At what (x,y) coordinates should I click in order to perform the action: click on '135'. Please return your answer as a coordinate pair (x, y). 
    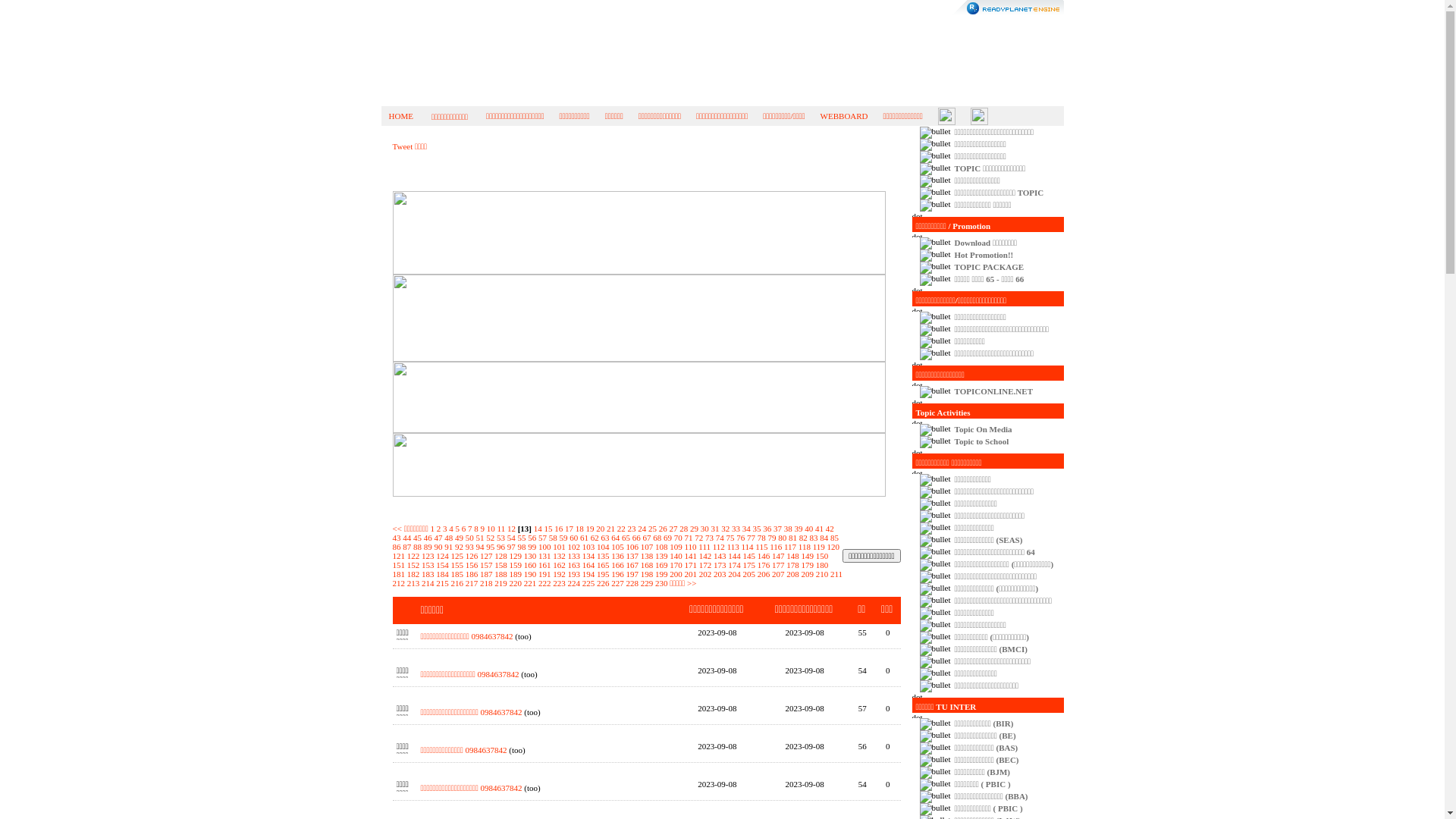
    Looking at the image, I should click on (602, 555).